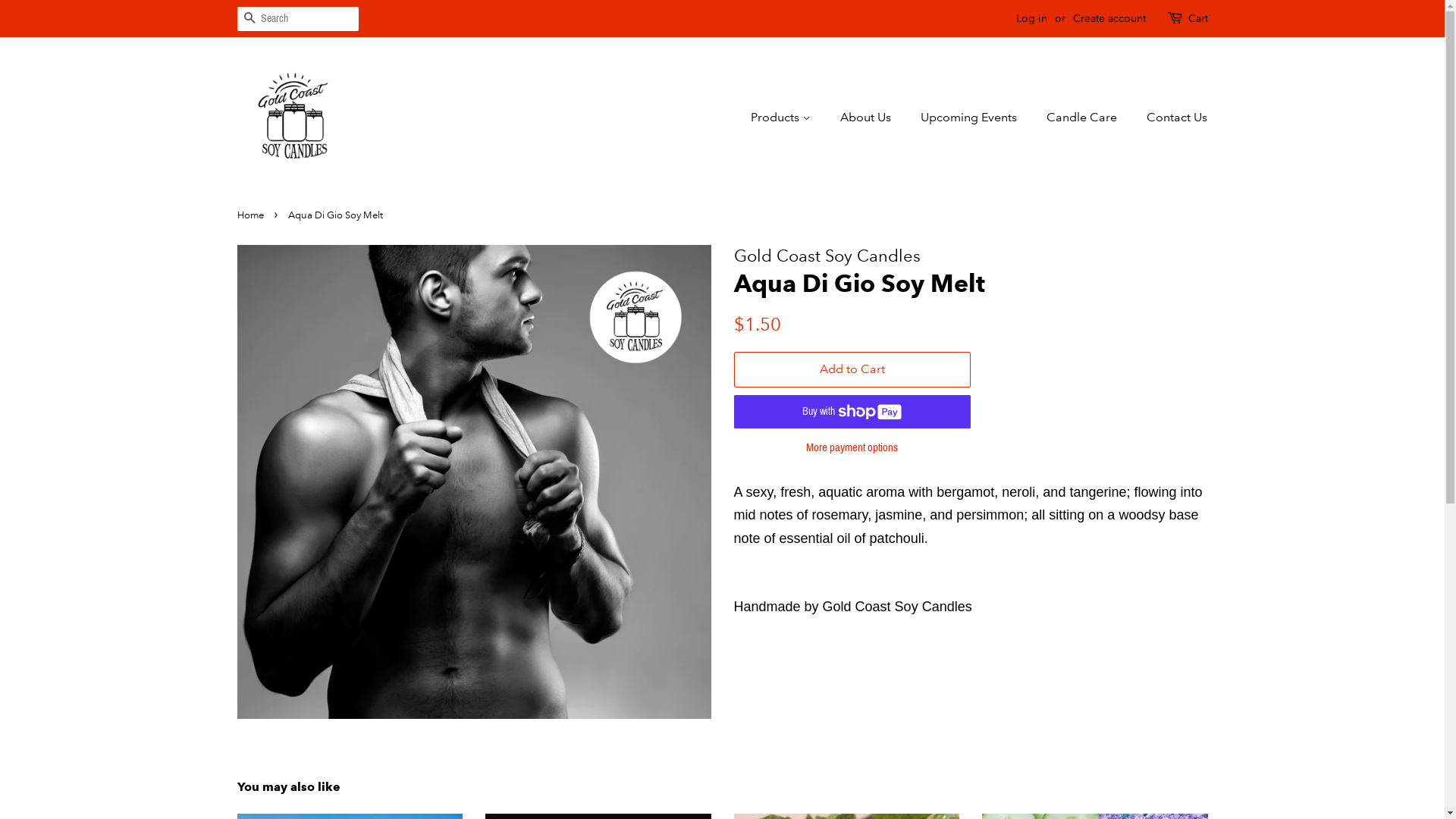  Describe the element at coordinates (236, 215) in the screenshot. I see `'Home'` at that location.